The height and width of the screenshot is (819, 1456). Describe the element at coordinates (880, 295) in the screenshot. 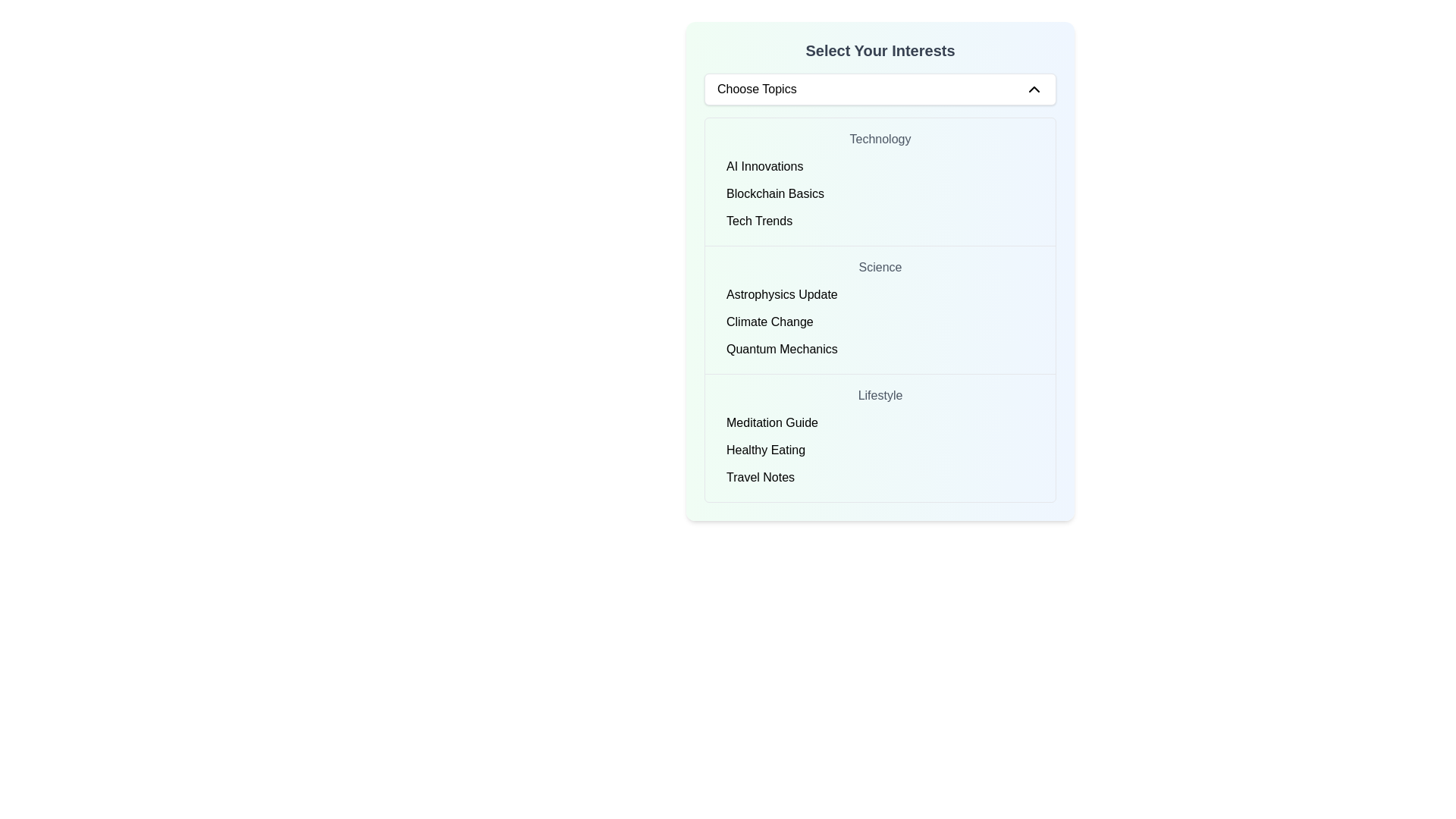

I see `the first list item labeled 'Astrophysics Update' under the 'Science' category` at that location.